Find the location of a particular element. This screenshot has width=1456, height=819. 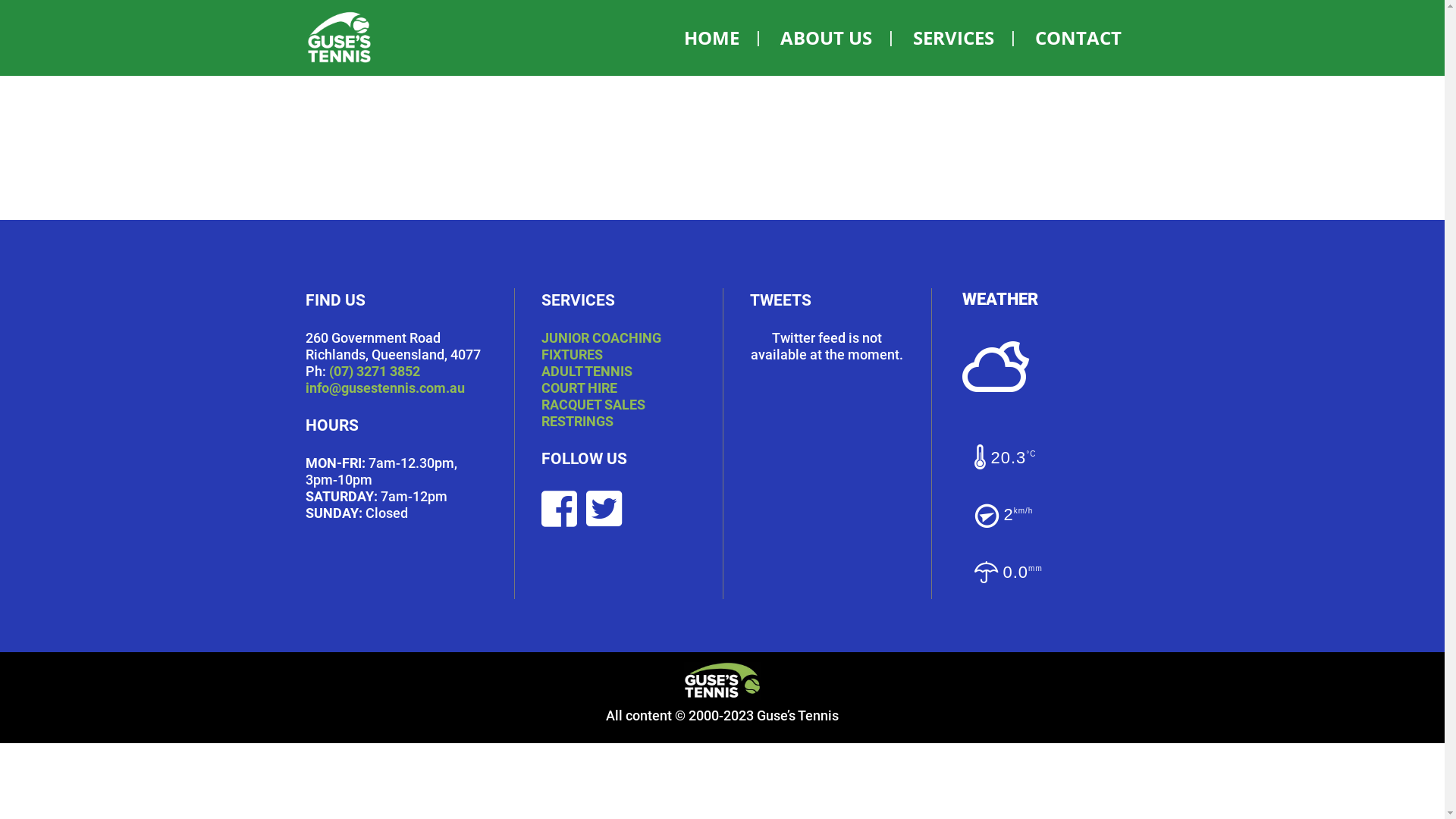

'COURT HIRE' is located at coordinates (578, 387).